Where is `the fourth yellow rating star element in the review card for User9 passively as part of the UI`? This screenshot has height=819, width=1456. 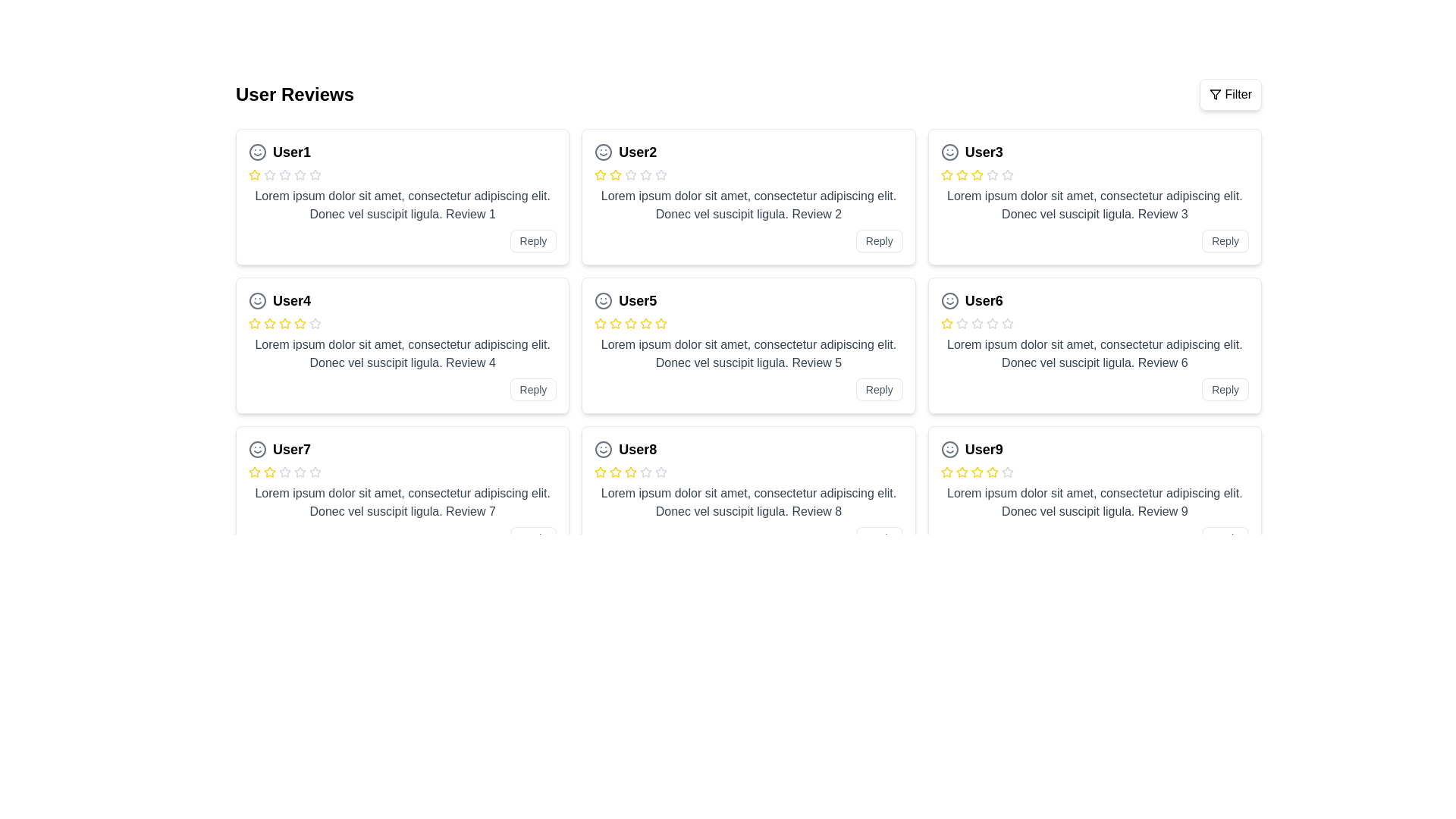
the fourth yellow rating star element in the review card for User9 passively as part of the UI is located at coordinates (946, 471).